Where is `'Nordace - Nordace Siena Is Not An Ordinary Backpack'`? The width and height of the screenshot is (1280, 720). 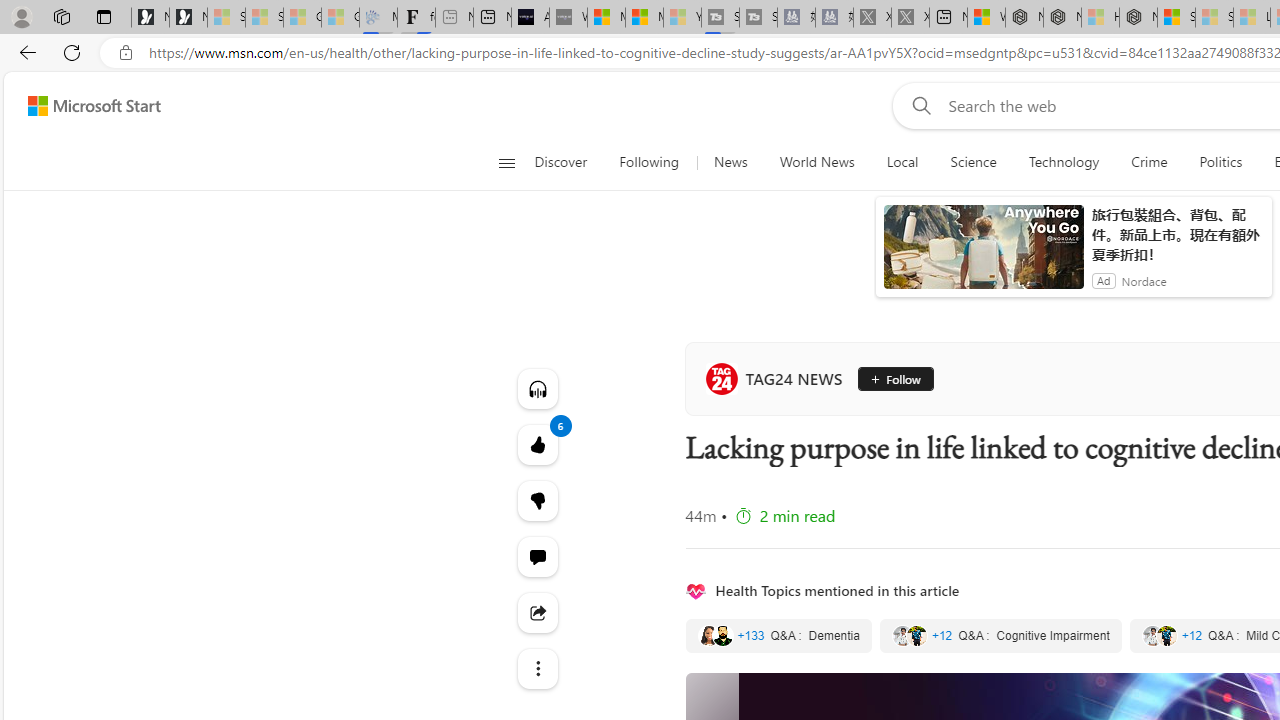 'Nordace - Nordace Siena Is Not An Ordinary Backpack' is located at coordinates (1138, 17).